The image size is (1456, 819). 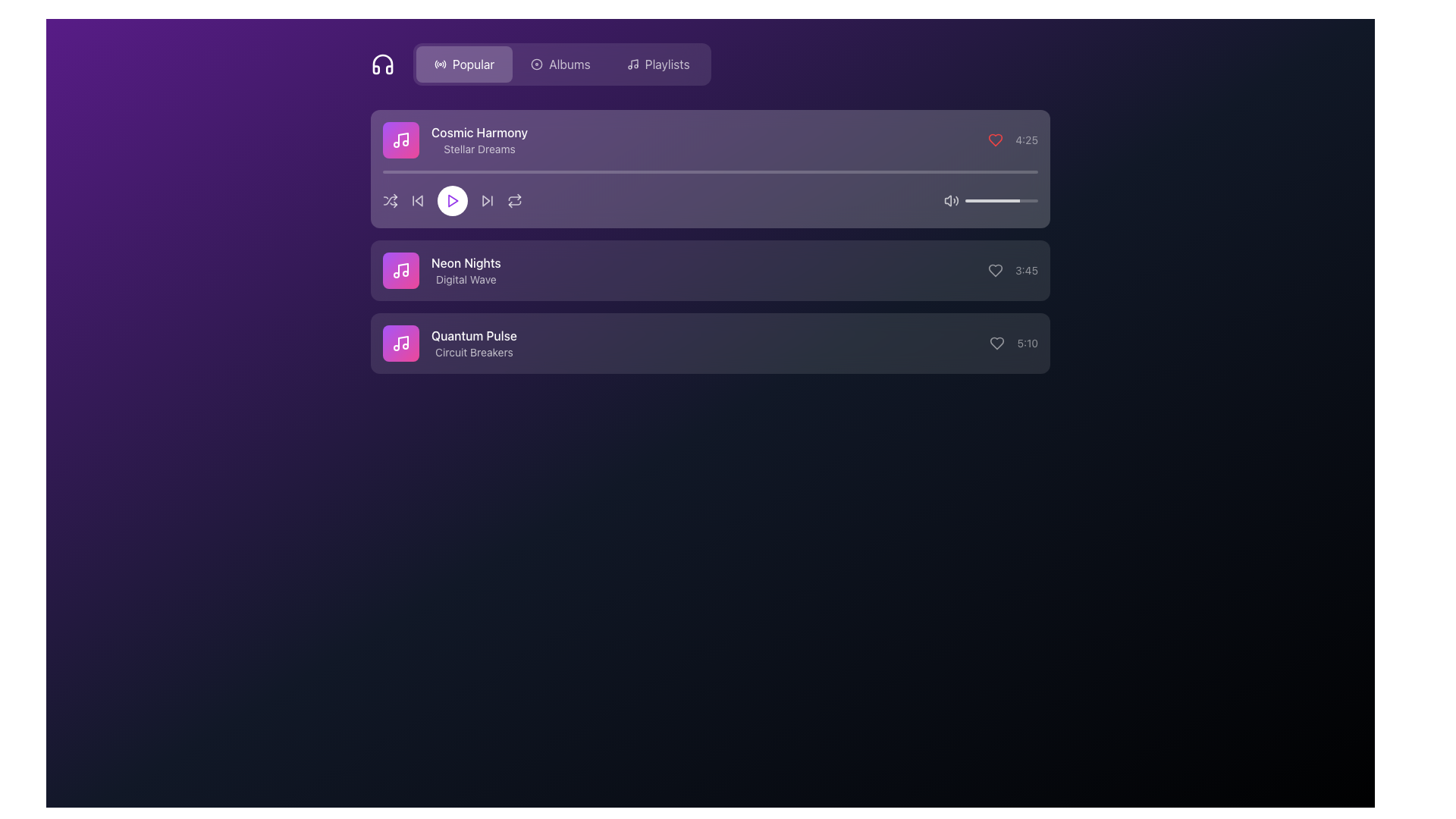 What do you see at coordinates (709, 270) in the screenshot?
I see `the second card in the vertical list, labeled 'Neon Nights'` at bounding box center [709, 270].